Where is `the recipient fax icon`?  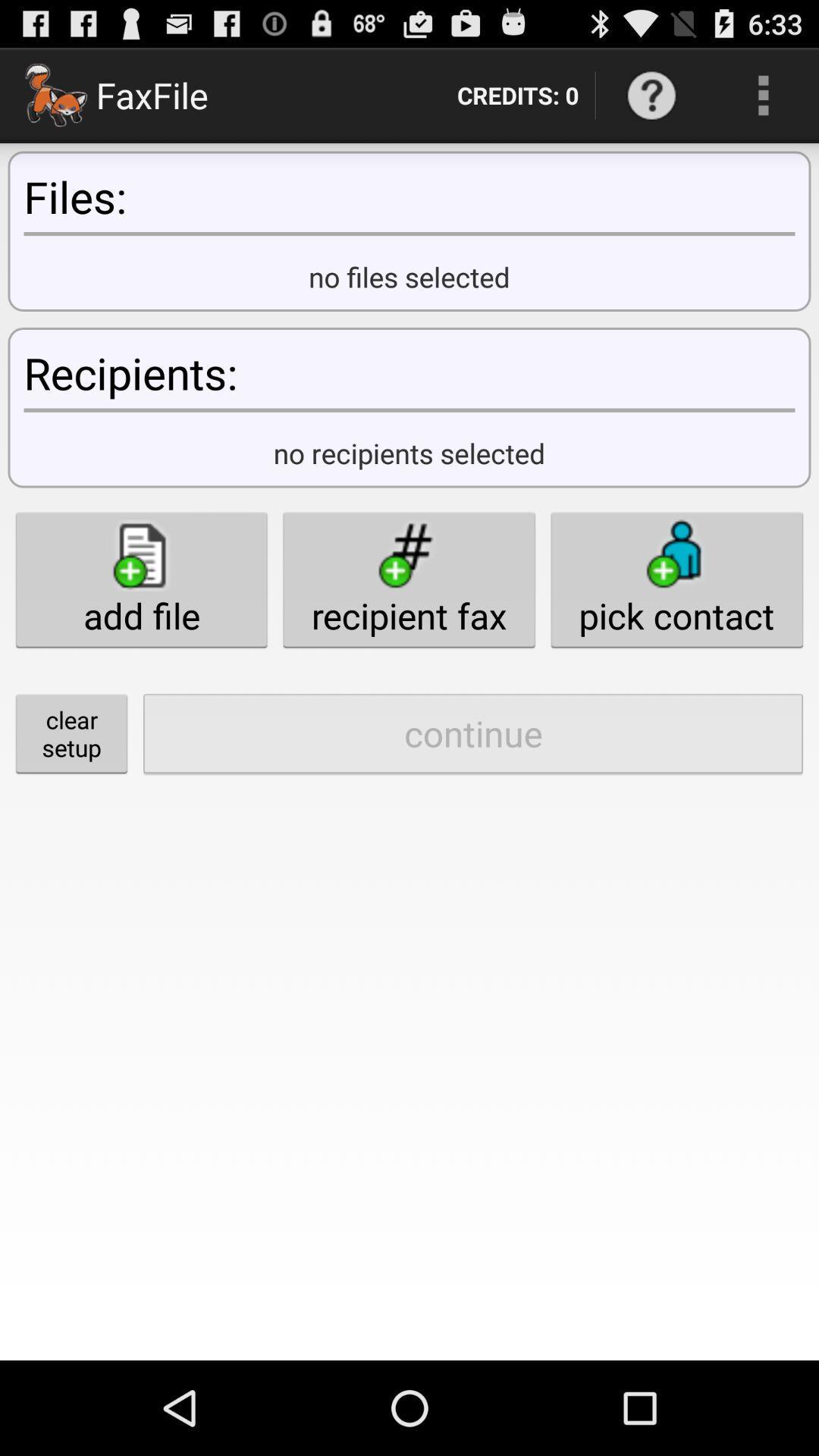
the recipient fax icon is located at coordinates (408, 579).